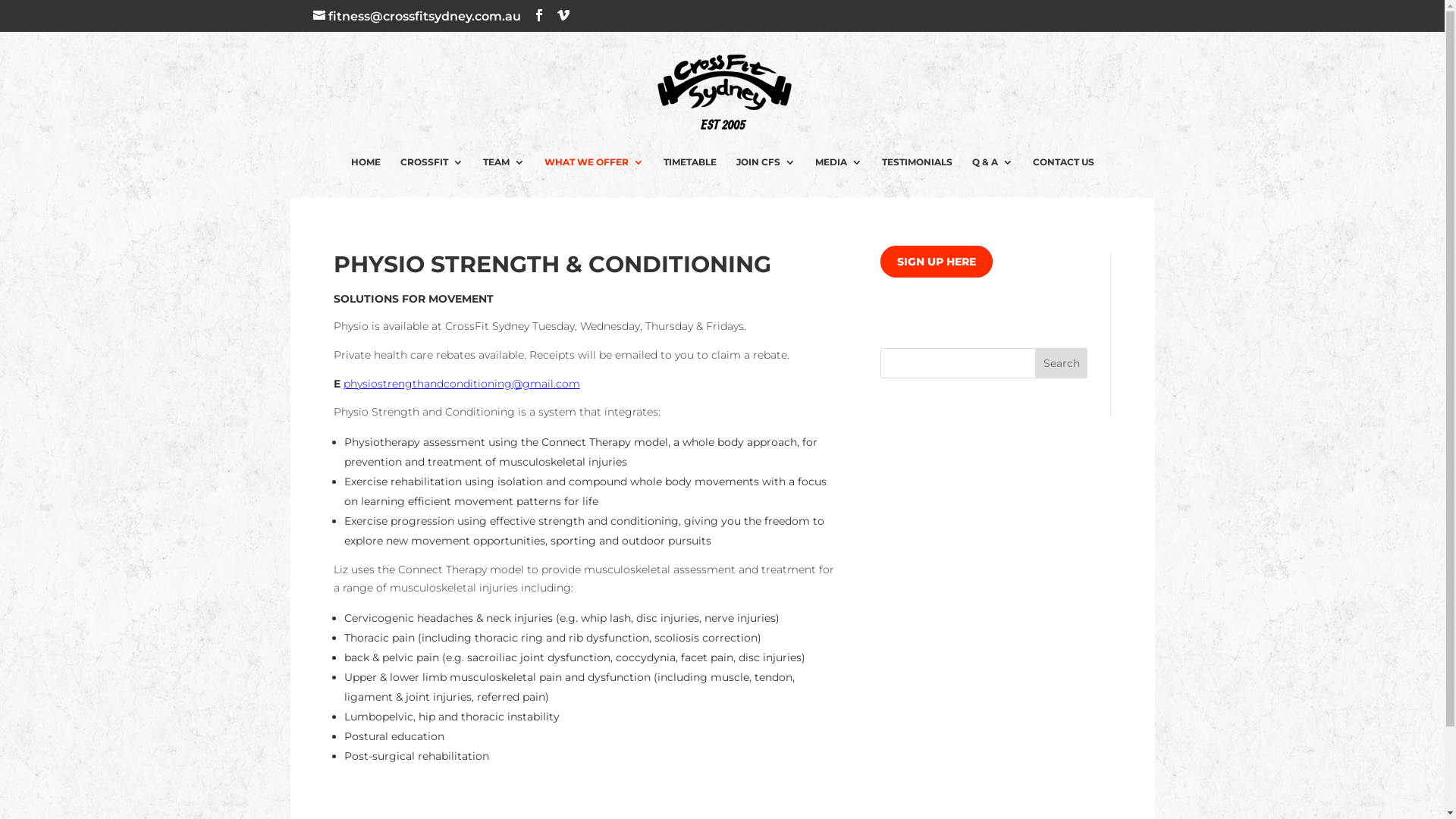  What do you see at coordinates (593, 166) in the screenshot?
I see `'WHAT WE OFFER'` at bounding box center [593, 166].